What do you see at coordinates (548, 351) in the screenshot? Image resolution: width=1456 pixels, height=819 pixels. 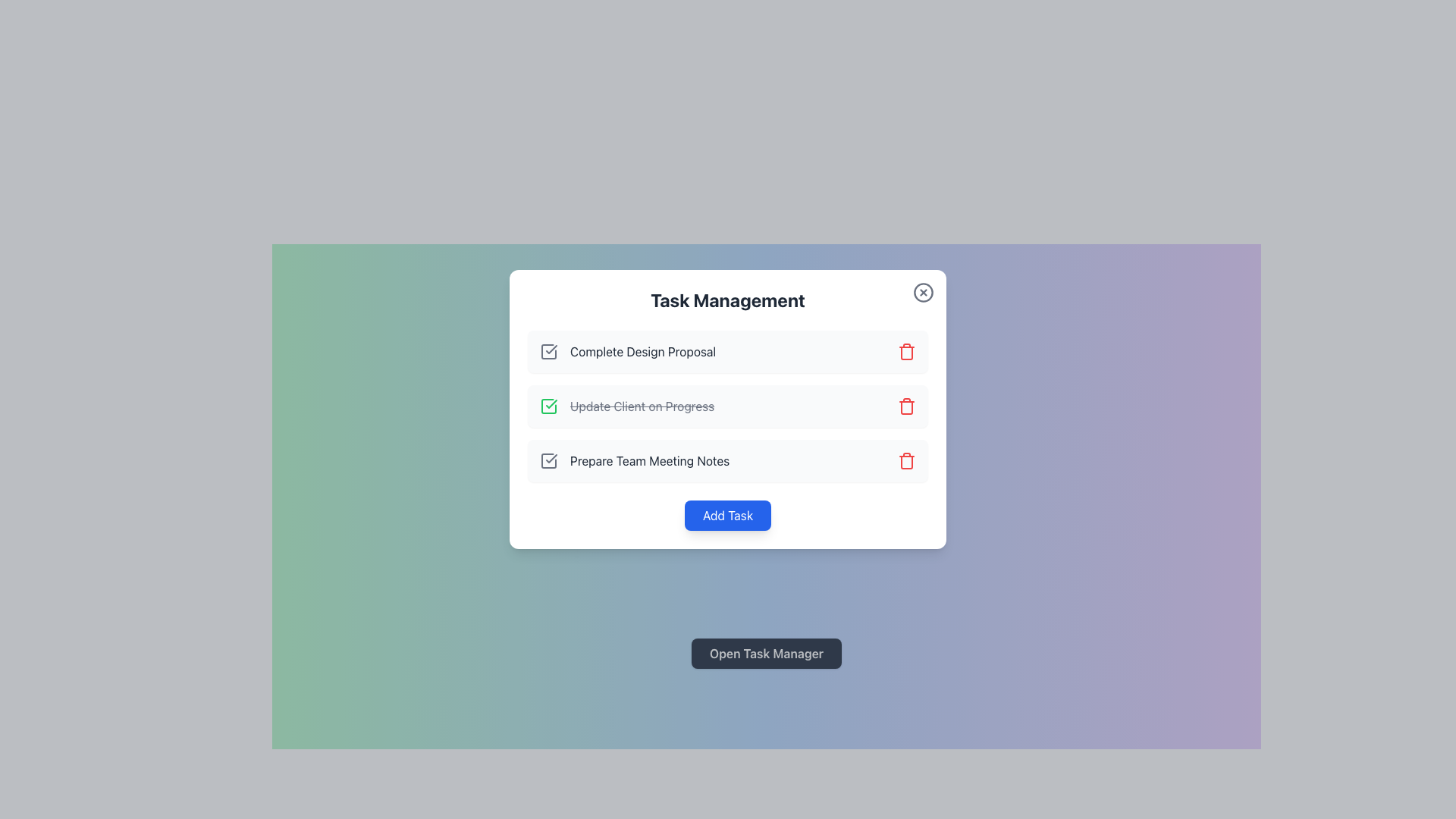 I see `the checkbox indicating the completion status of the associated task in the task list of the modal dialog` at bounding box center [548, 351].